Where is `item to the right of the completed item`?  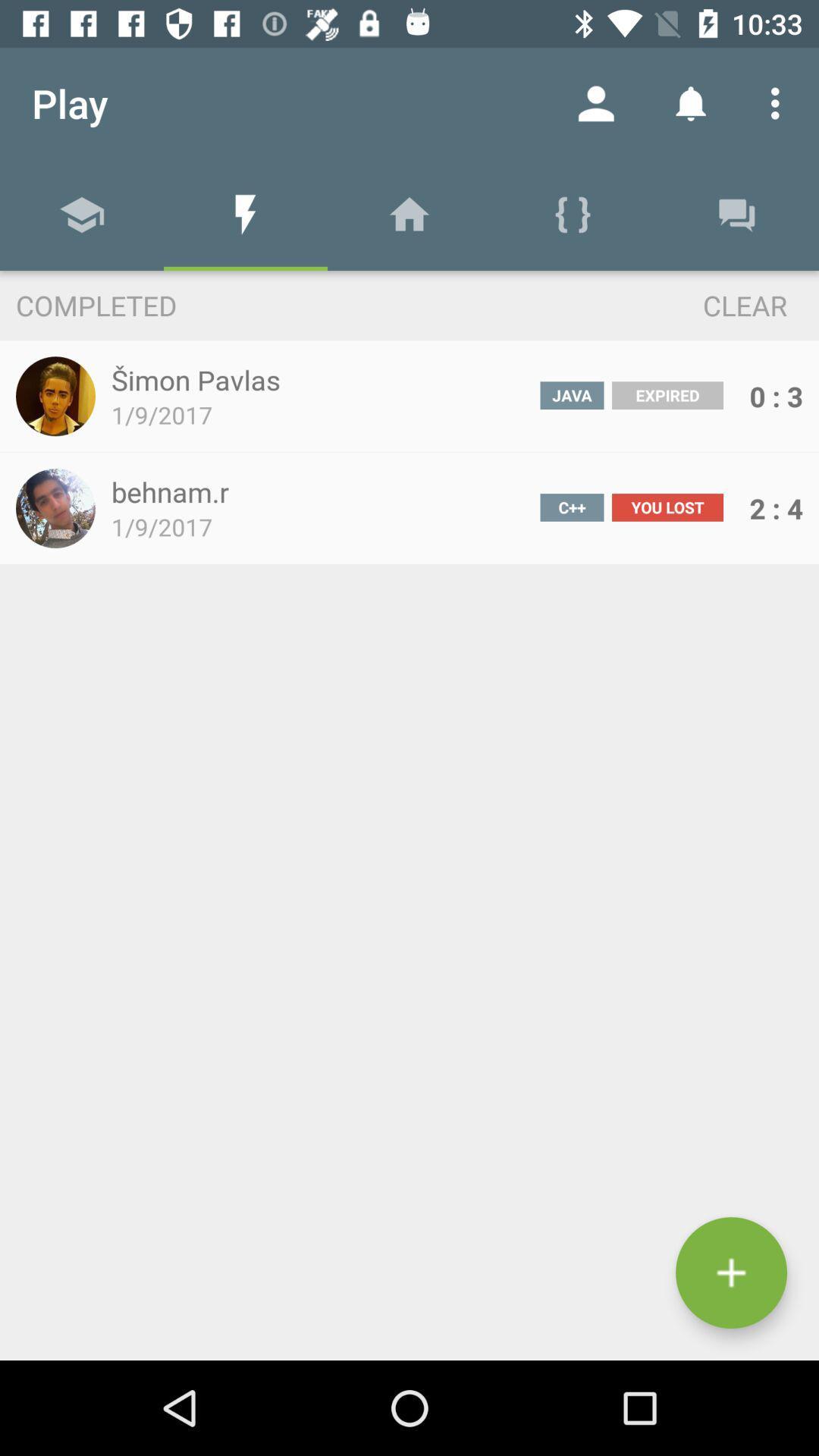 item to the right of the completed item is located at coordinates (717, 304).